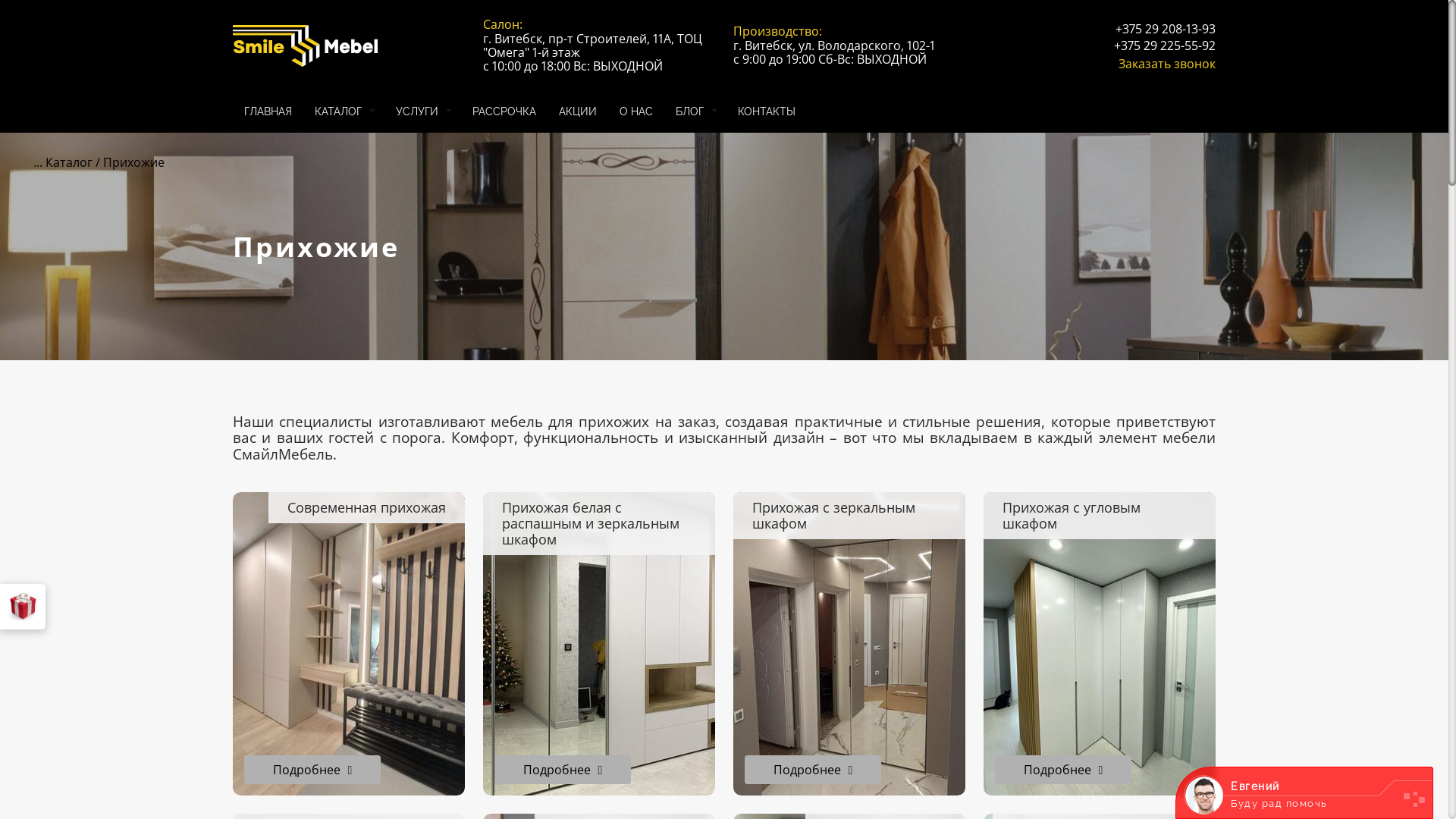  I want to click on '+375 29 225-55-92', so click(1164, 45).